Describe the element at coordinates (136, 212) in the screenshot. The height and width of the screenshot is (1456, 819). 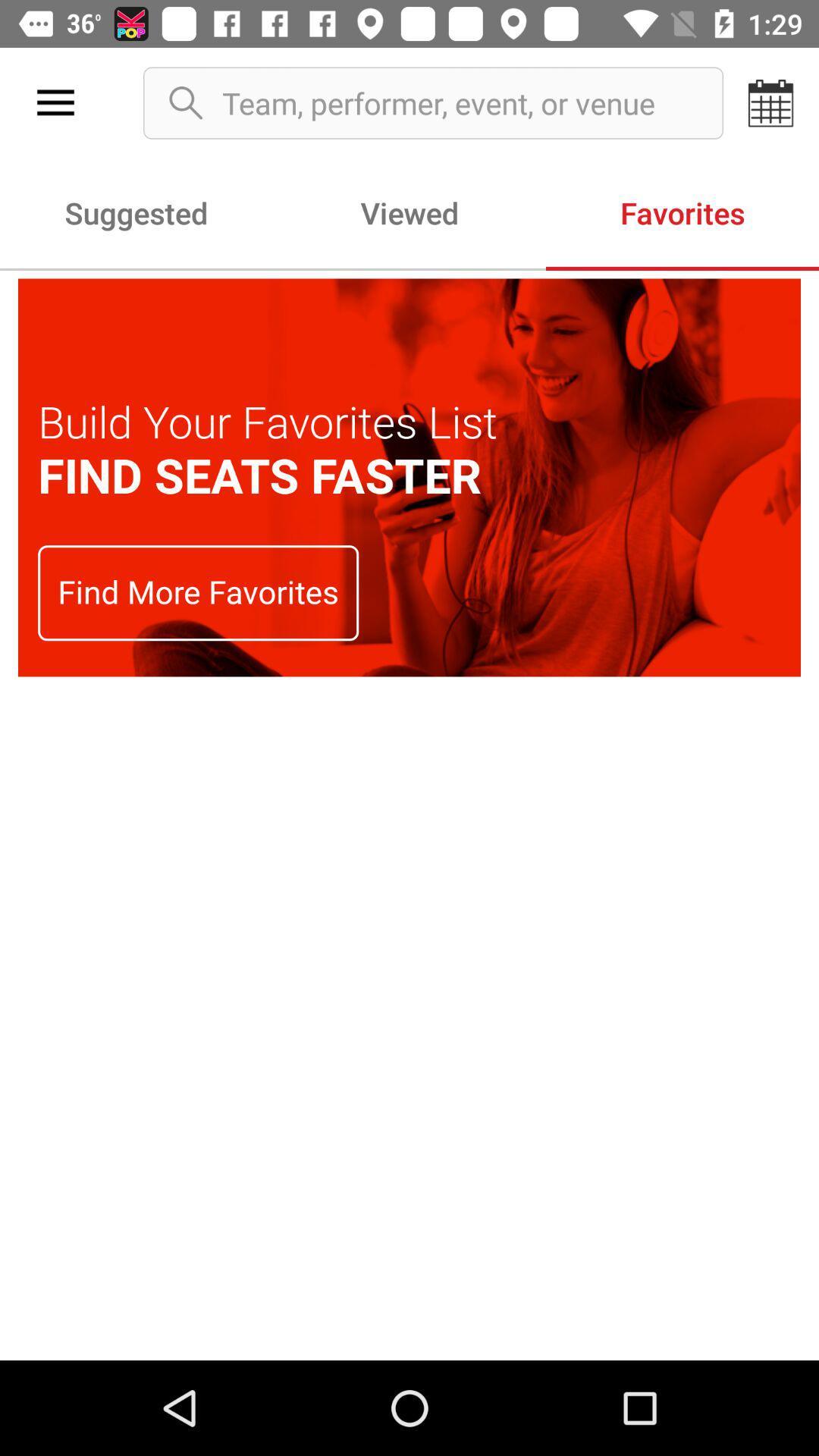
I see `the icon next to viewed icon` at that location.